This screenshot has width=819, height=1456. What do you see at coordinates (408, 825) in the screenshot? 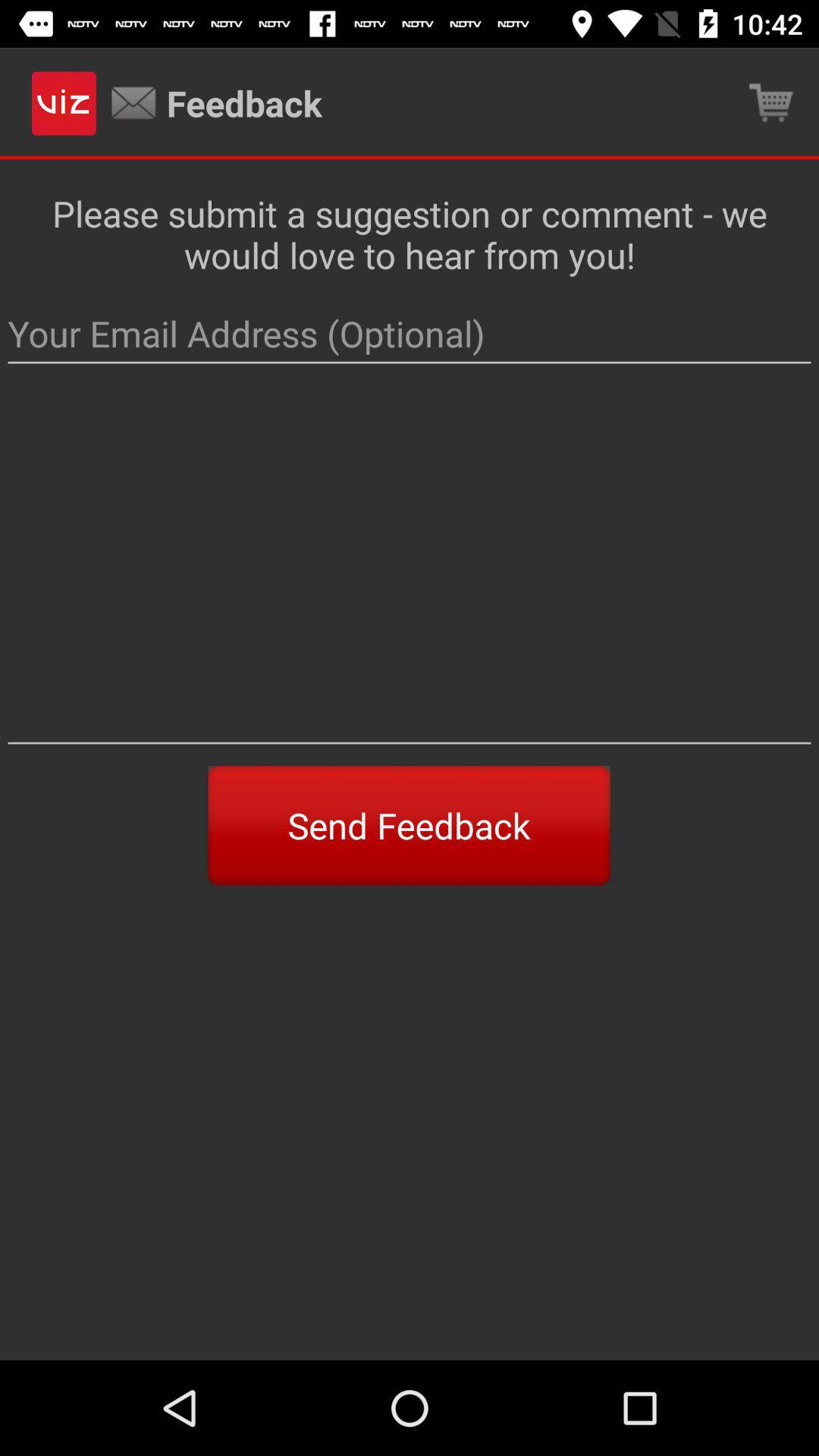
I see `the send feedback item` at bounding box center [408, 825].